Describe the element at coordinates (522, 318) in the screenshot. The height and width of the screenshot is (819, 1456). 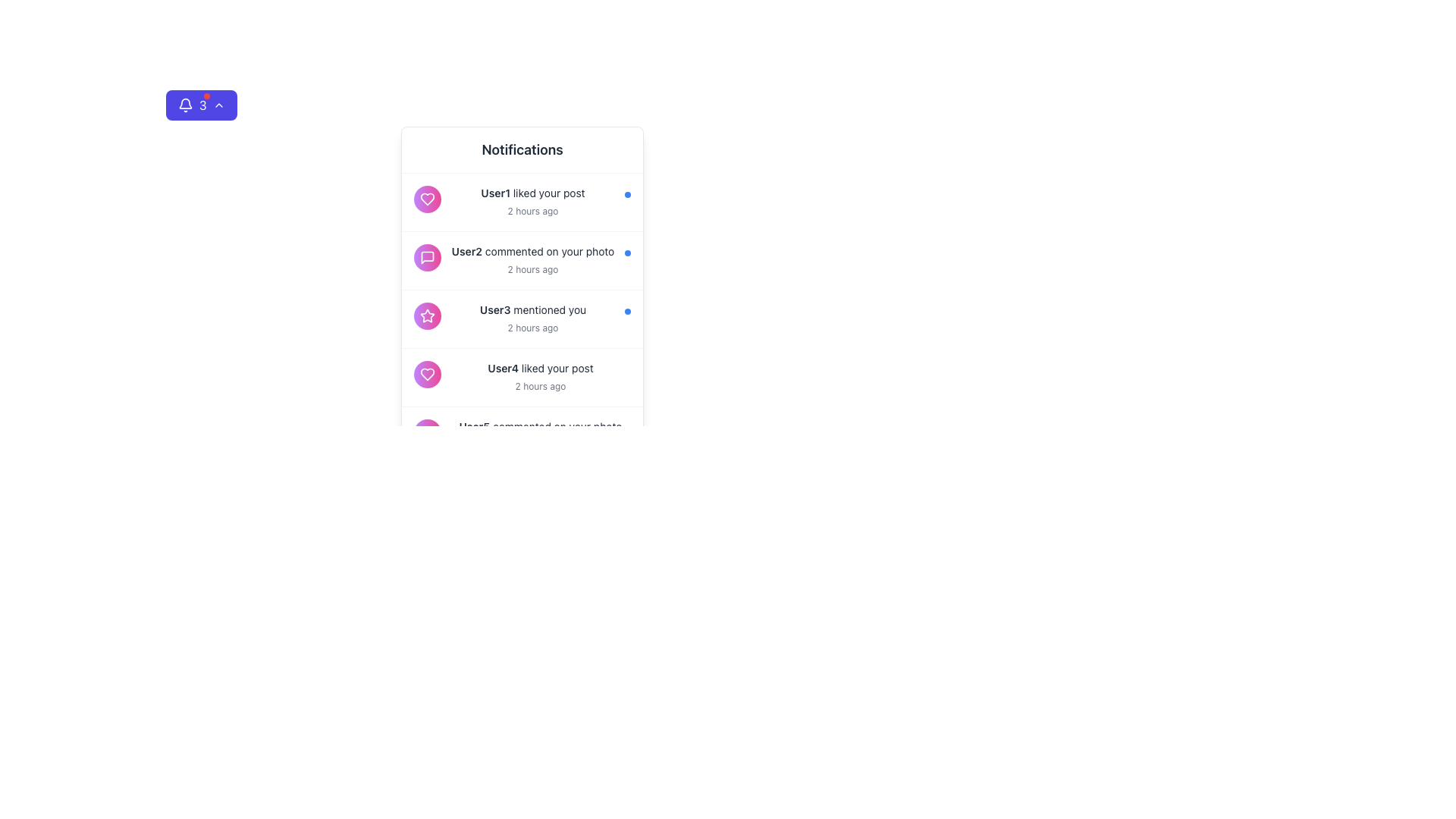
I see `on the third notification item in the notification list, which contains the text 'User3 mentioned you' and indicates unread status with a blue dot` at that location.